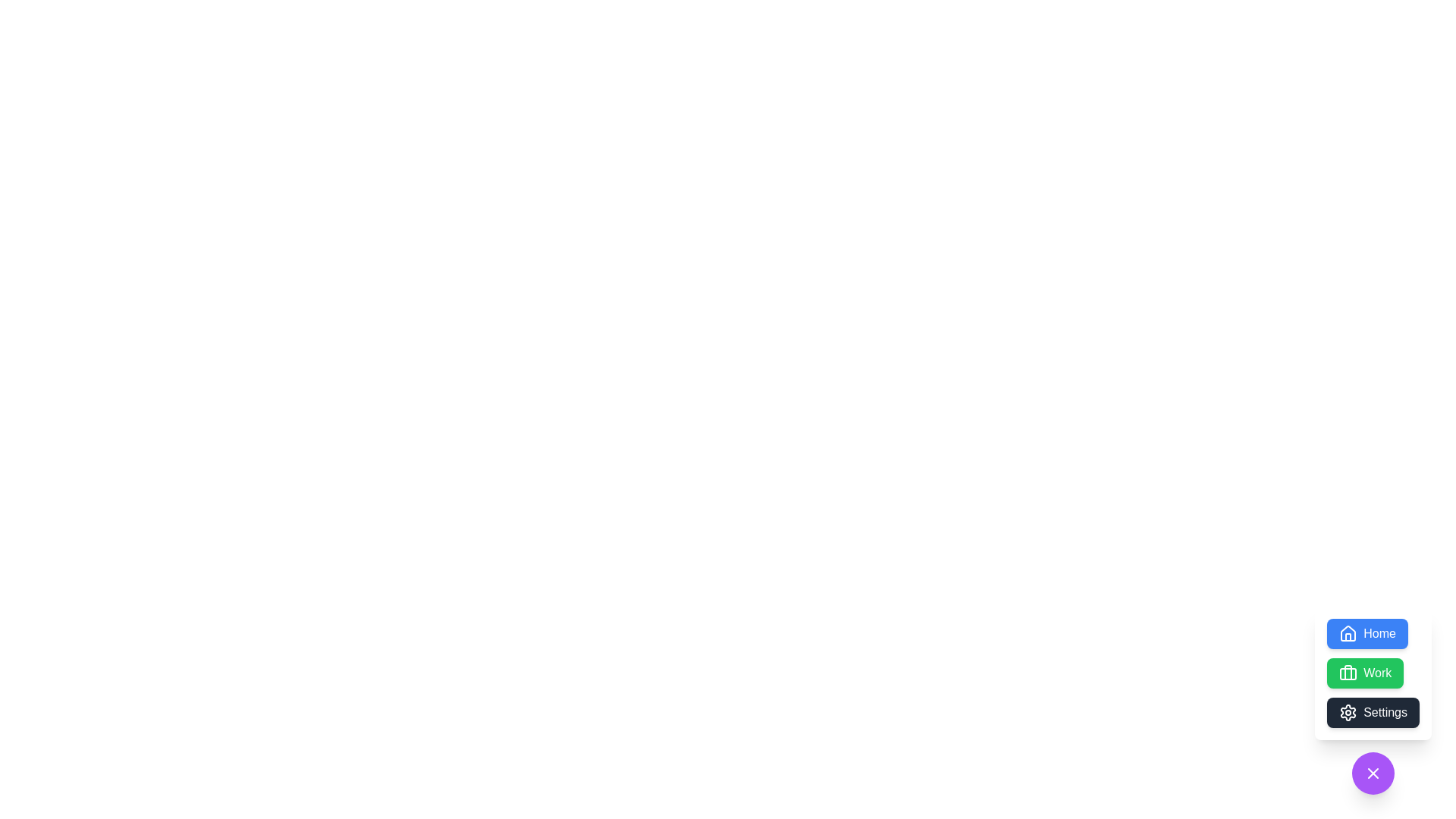 This screenshot has width=1456, height=819. Describe the element at coordinates (1373, 773) in the screenshot. I see `the circular purple button with a white 'X' icon at the bottom-right corner of the vertical menu to activate the hover effect` at that location.